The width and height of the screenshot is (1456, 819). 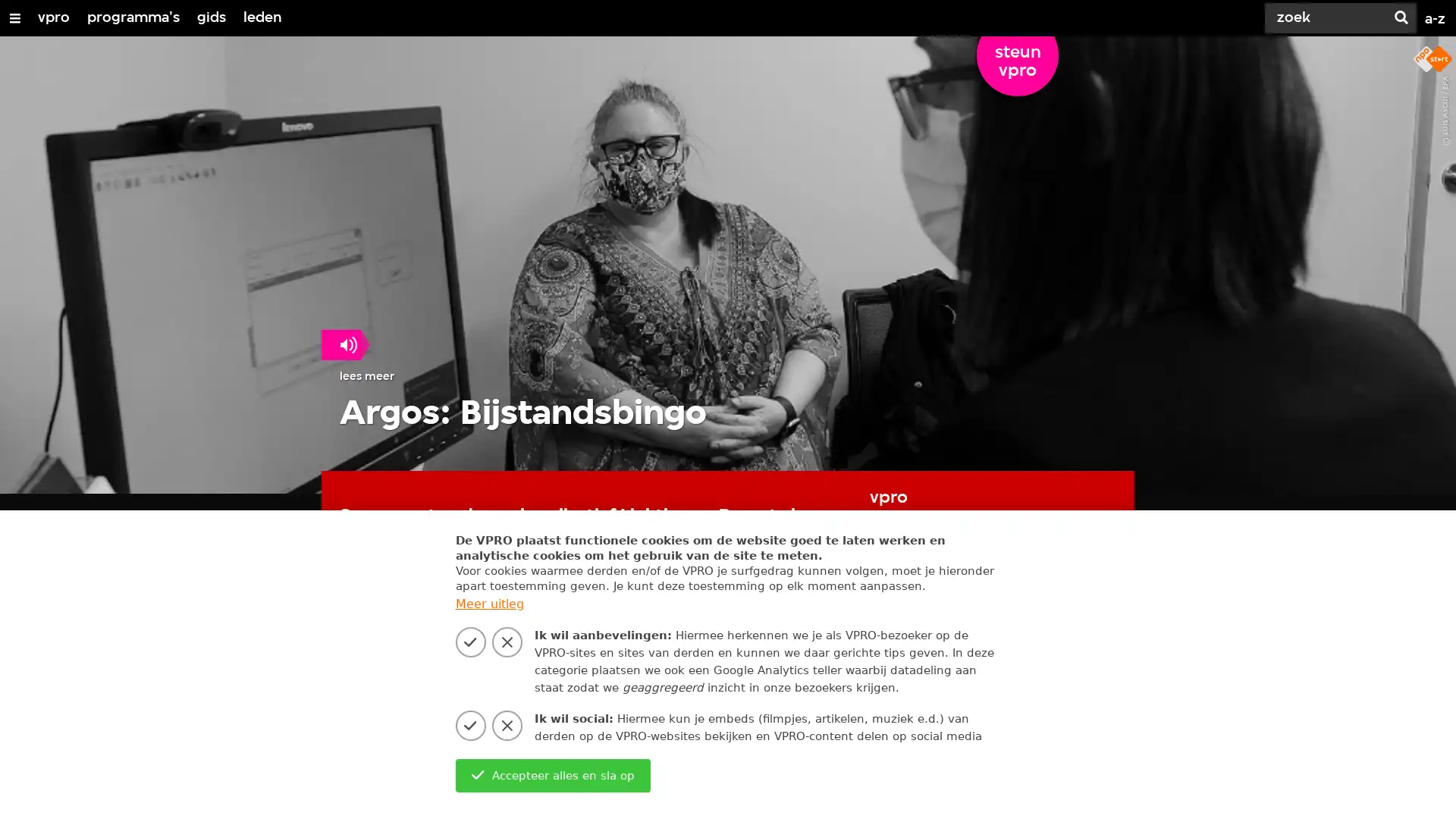 I want to click on Accepteer alles en sla op, so click(x=551, y=775).